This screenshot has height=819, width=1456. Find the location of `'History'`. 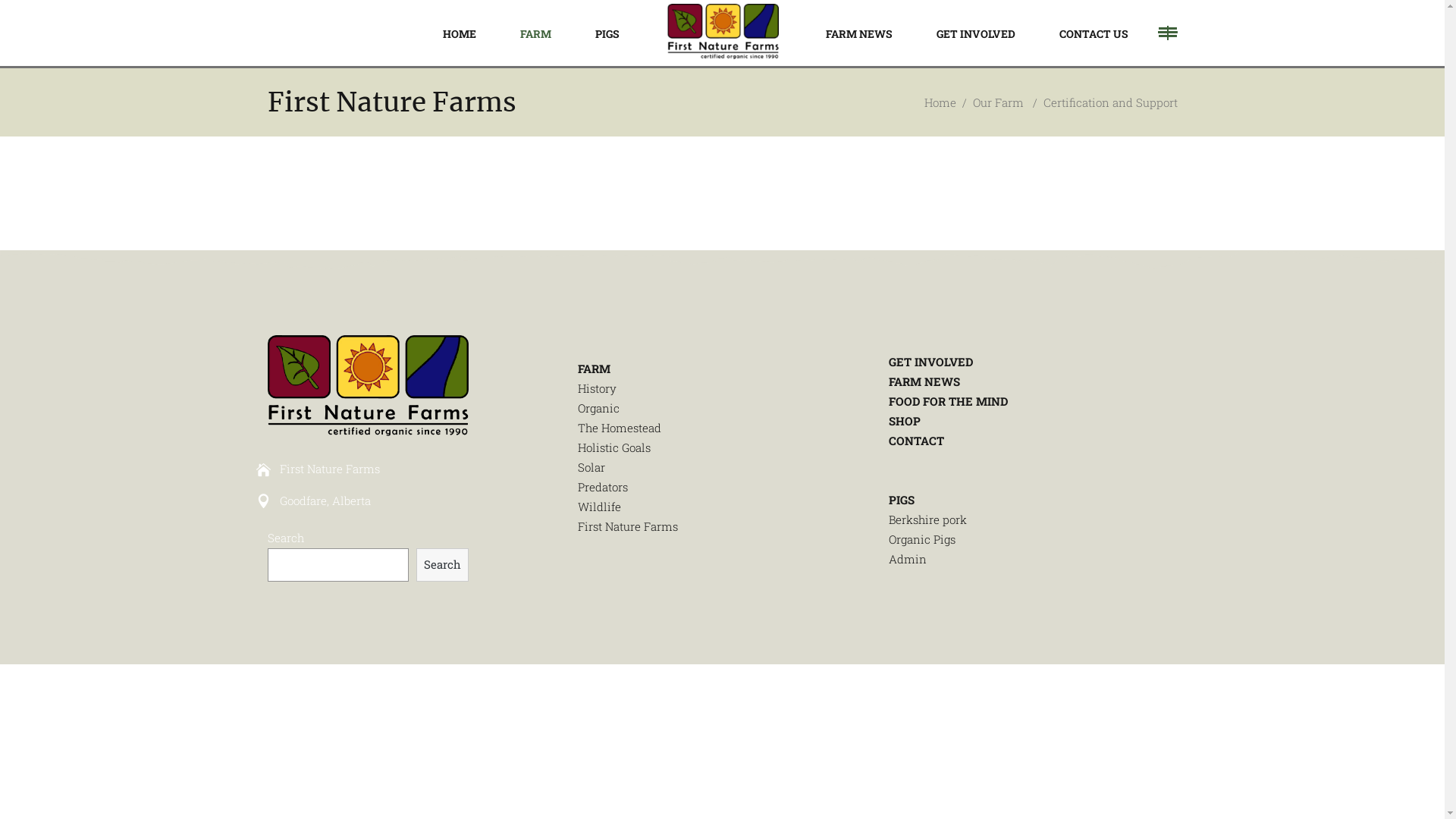

'History' is located at coordinates (596, 388).